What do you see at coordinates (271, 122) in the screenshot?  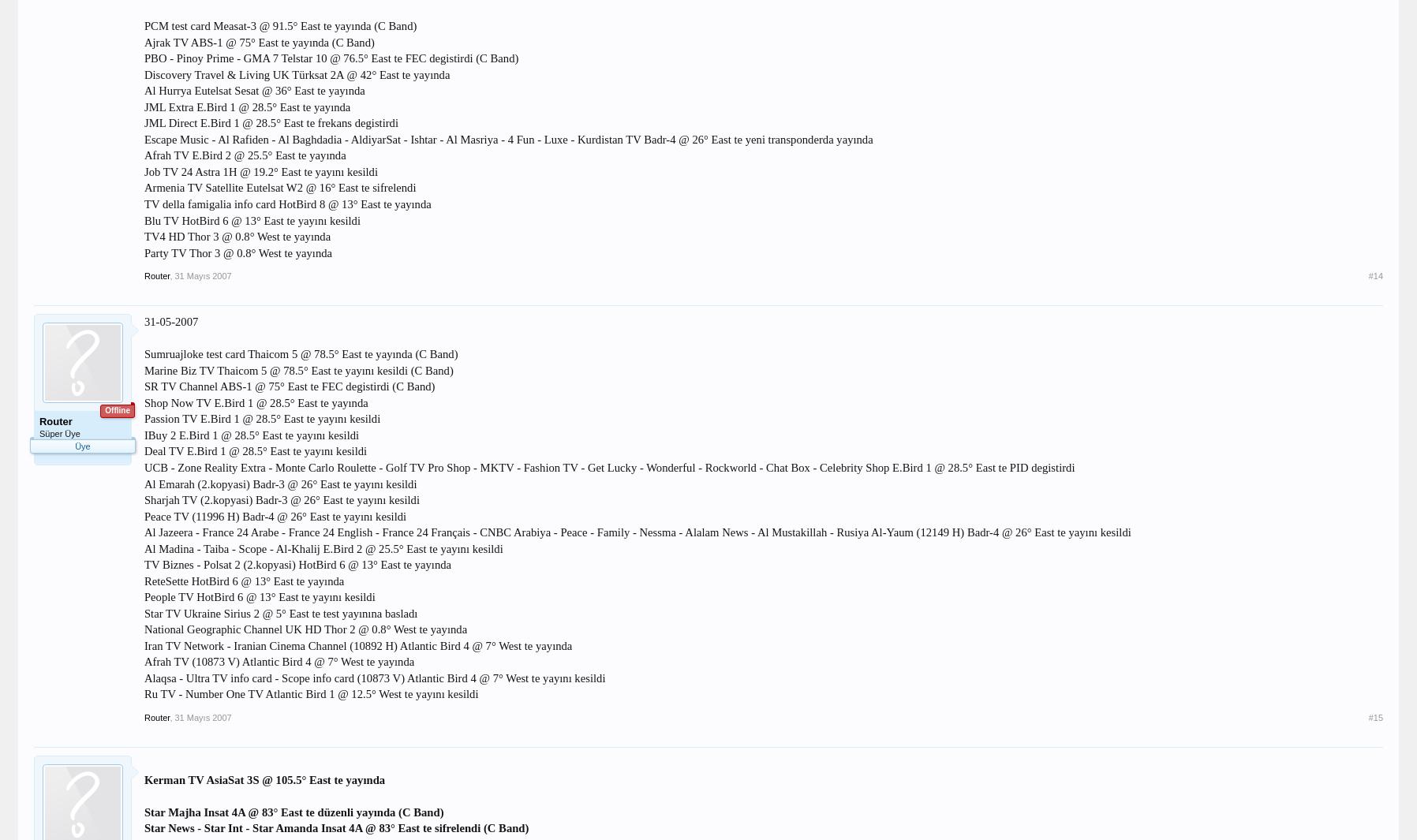 I see `'JML Direct E.Bird 1 @ 28.5° East te frekans degistirdi'` at bounding box center [271, 122].